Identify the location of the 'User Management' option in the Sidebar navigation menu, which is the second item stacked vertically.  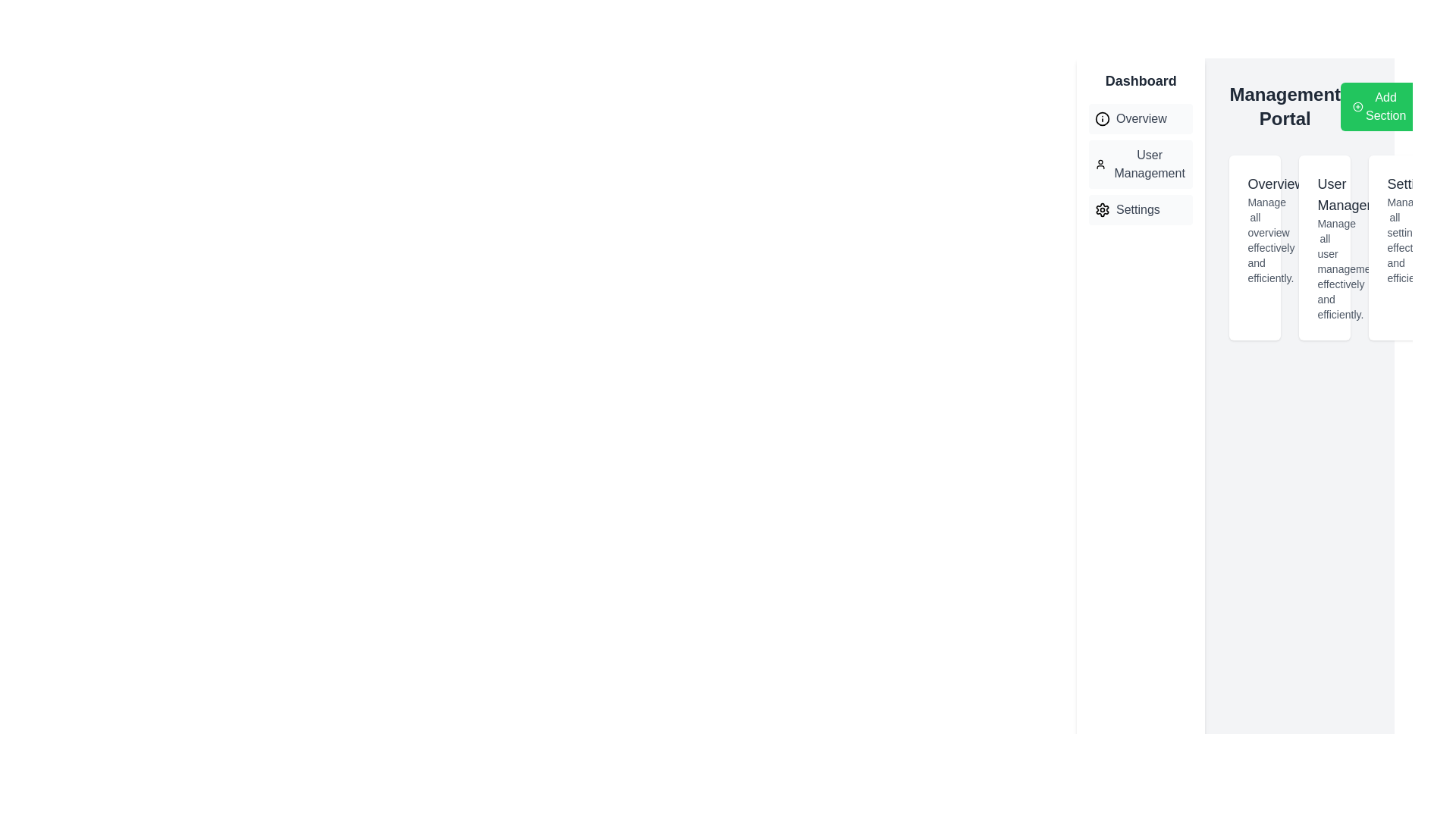
(1141, 164).